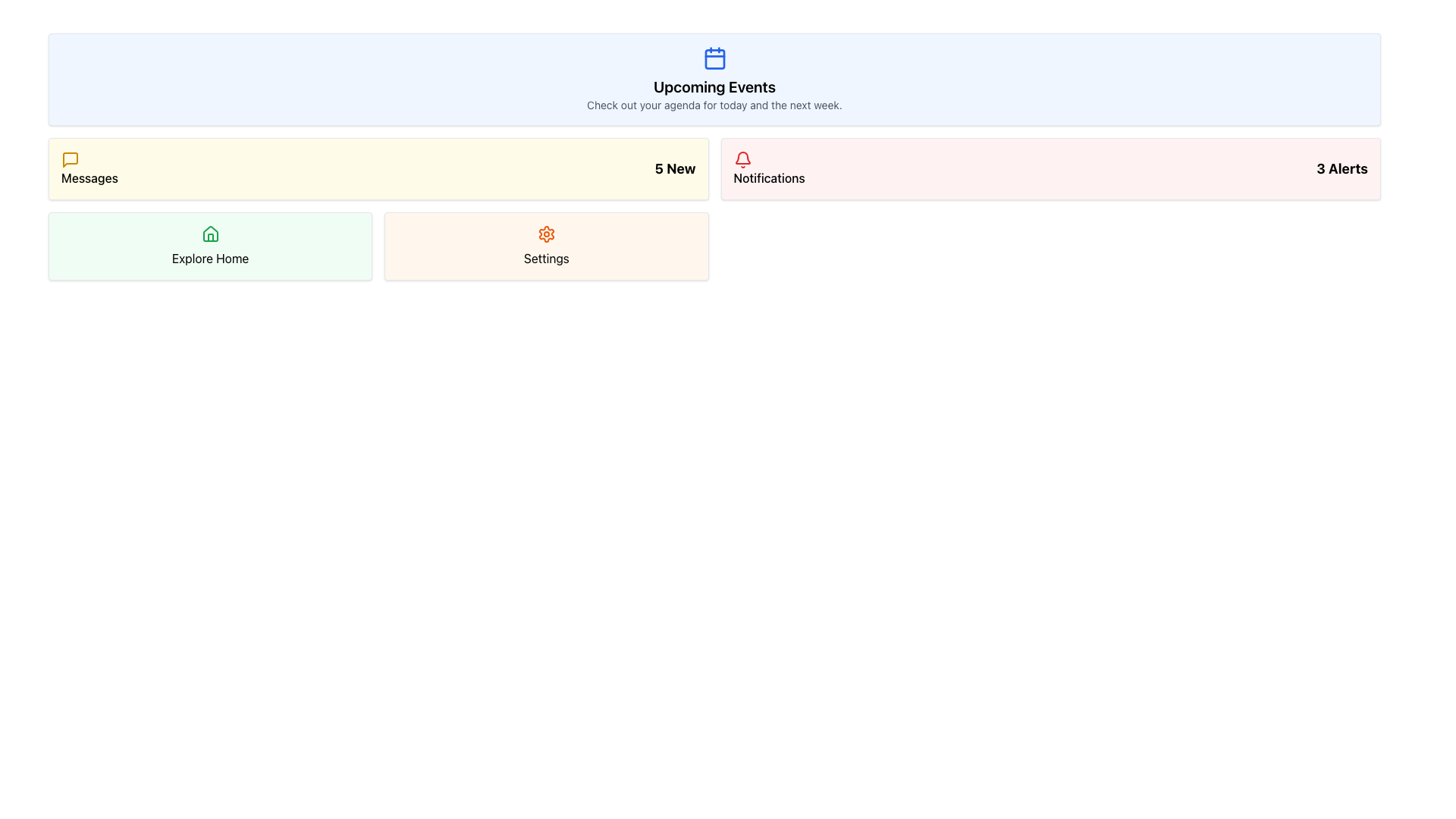 The height and width of the screenshot is (819, 1456). Describe the element at coordinates (1050, 169) in the screenshot. I see `the informational panel with a light red background, containing the text 'Notifications' and '3 Alerts', located in the top-right section of the grid layout` at that location.